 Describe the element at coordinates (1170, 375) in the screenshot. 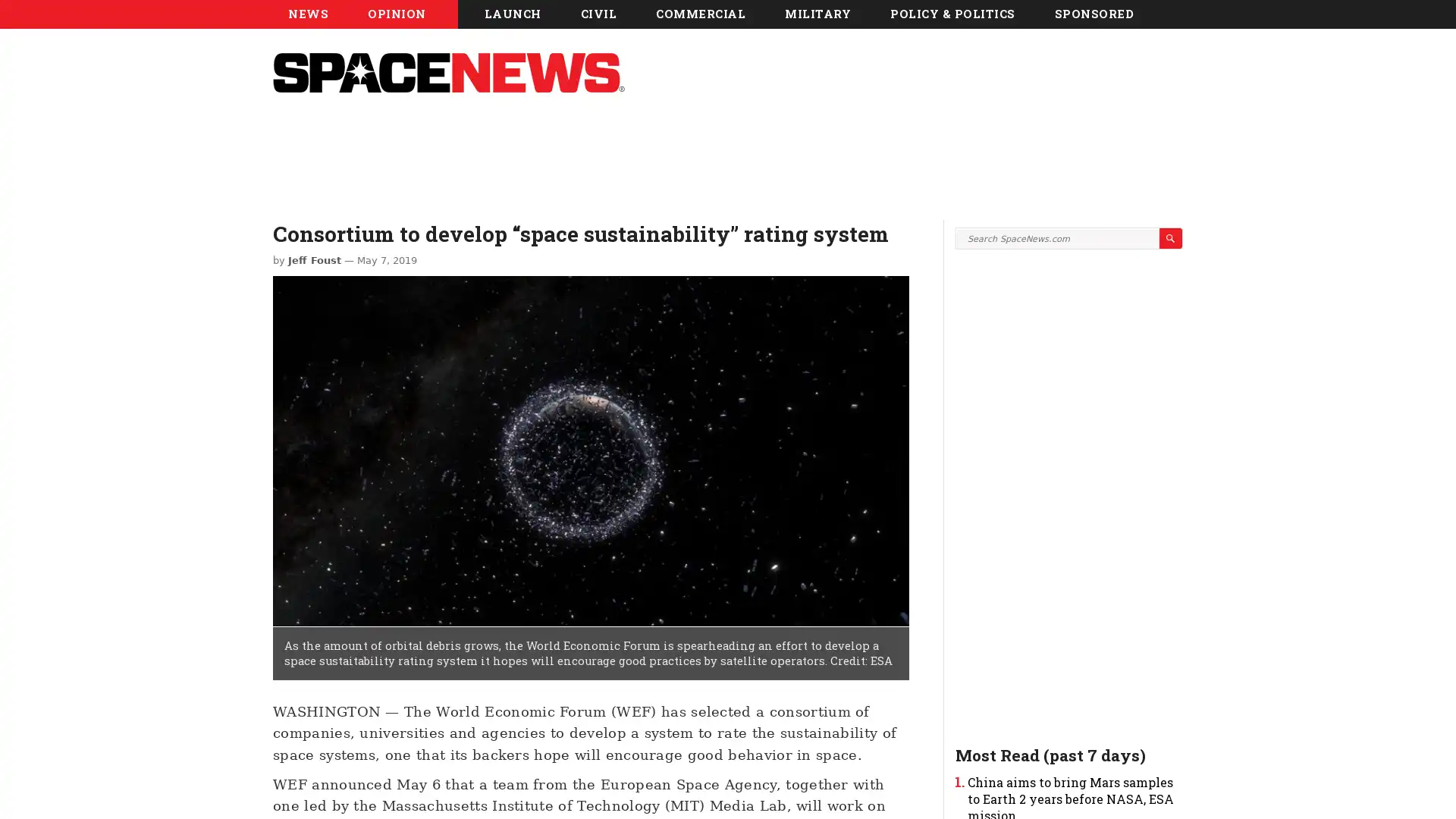

I see `Search` at that location.